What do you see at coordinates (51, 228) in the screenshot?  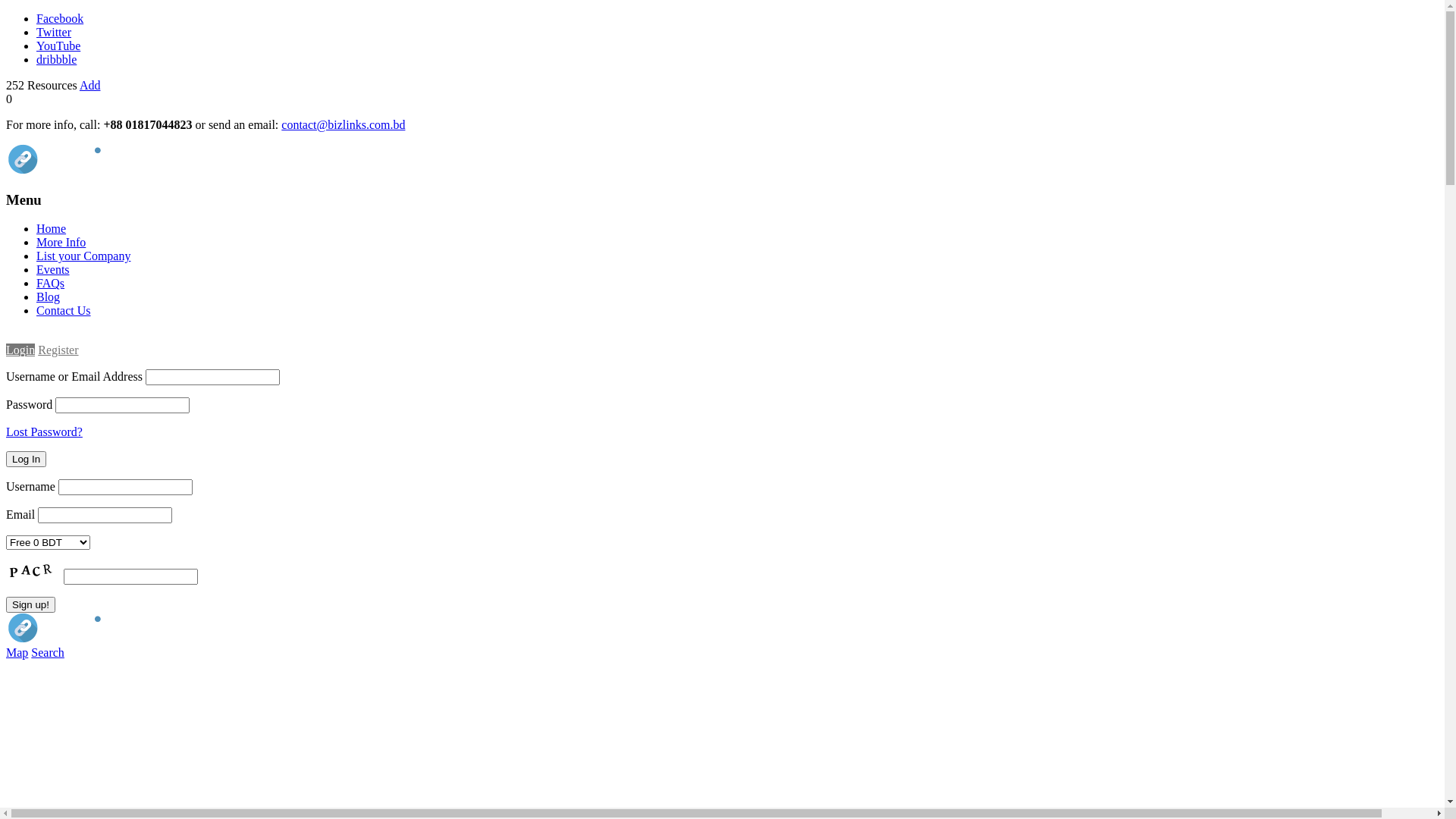 I see `'Home'` at bounding box center [51, 228].